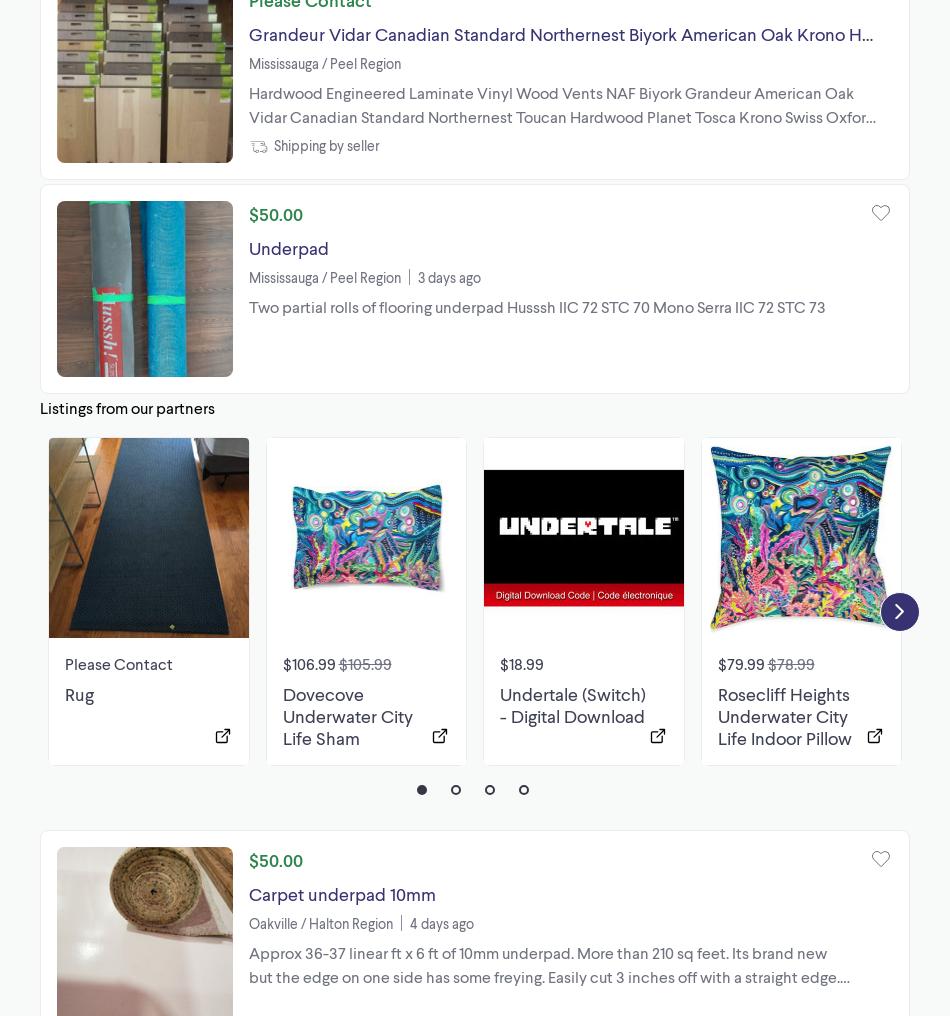 This screenshot has height=1016, width=950. I want to click on '4 days ago', so click(441, 921).